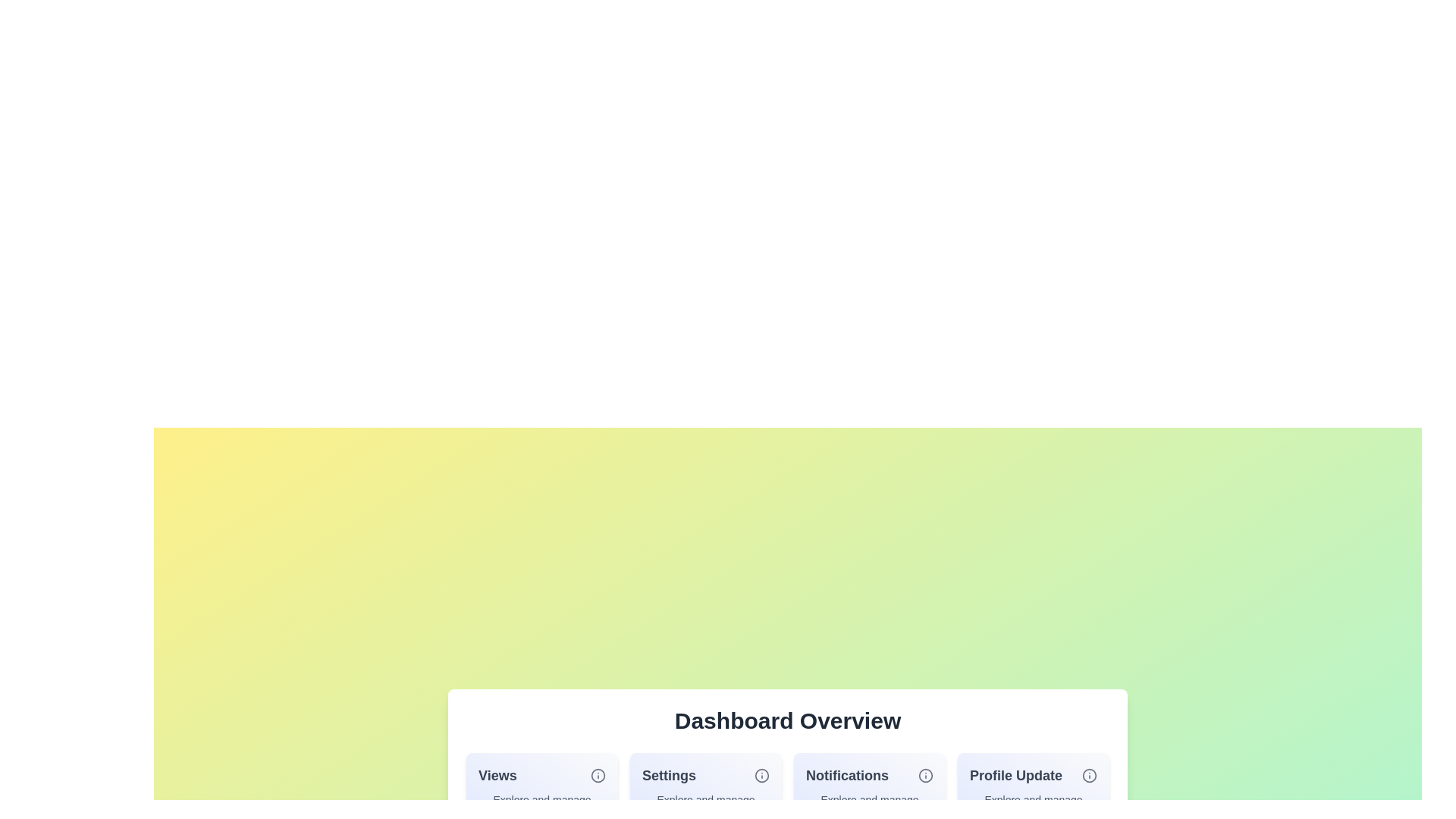 The width and height of the screenshot is (1456, 819). I want to click on the informational icon adjacent to the 'Notifications' label, so click(870, 775).